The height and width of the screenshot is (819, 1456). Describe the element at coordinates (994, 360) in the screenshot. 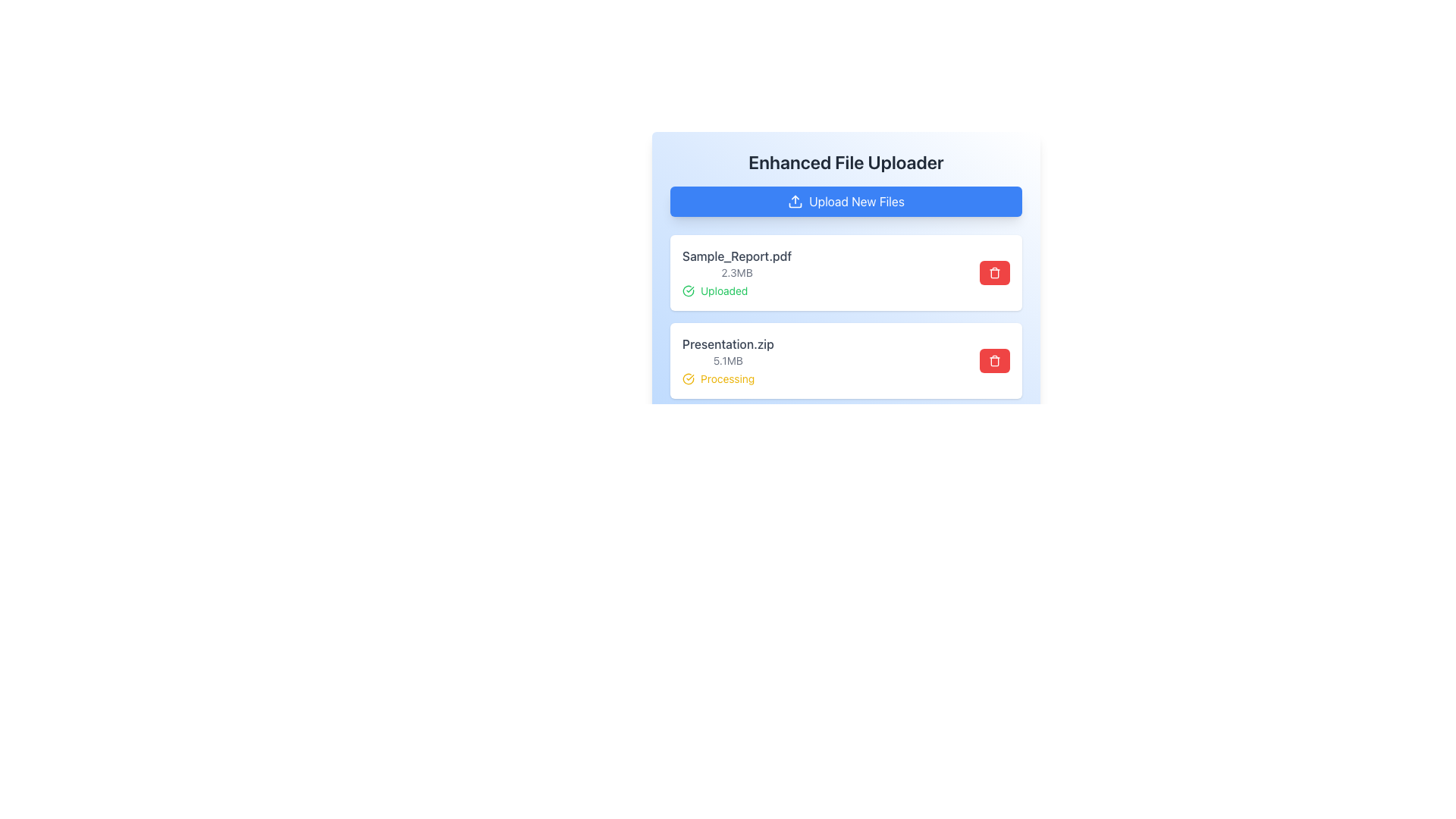

I see `the delete icon button located at the far right end of the second file entry in the file uploader interface` at that location.